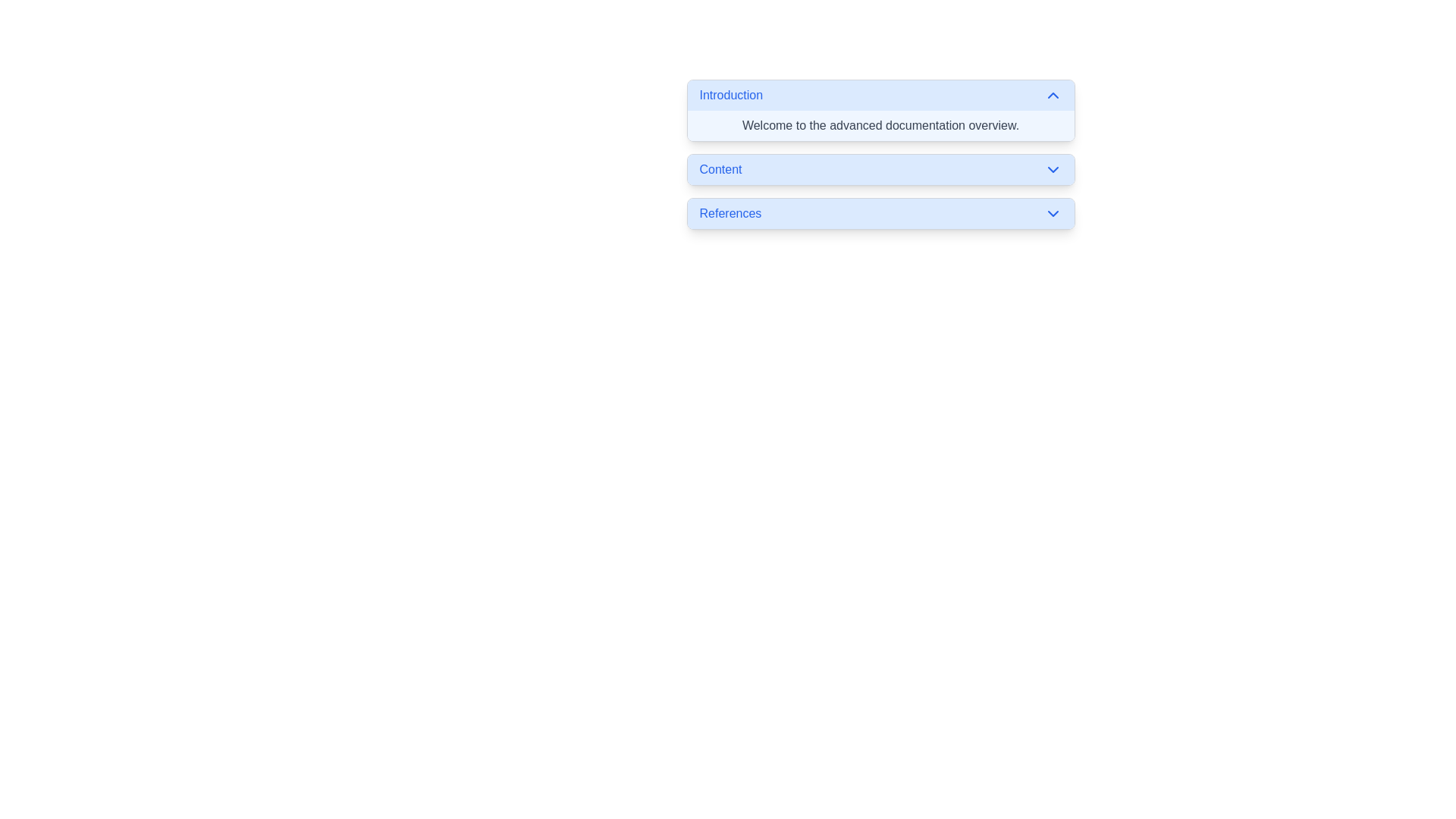  Describe the element at coordinates (730, 213) in the screenshot. I see `the bold blue label text that reads 'References', which is the leftmost text element under 'Content' in a vertical stack of sections` at that location.